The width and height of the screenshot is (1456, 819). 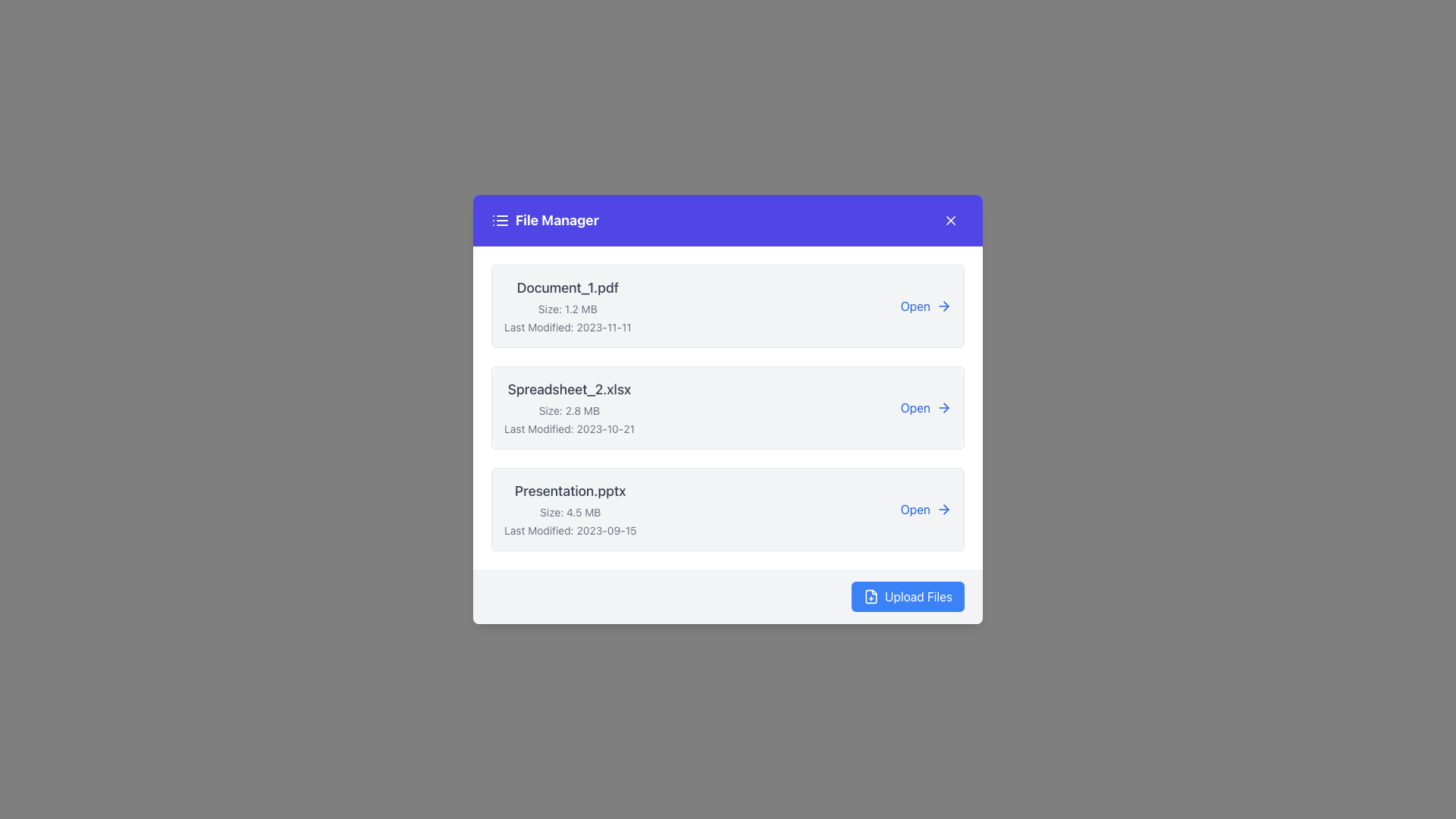 What do you see at coordinates (943, 509) in the screenshot?
I see `the blue rightward arrow icon within the 'Open' button, located to the right of the 'Presentation.pptx' file information in the third row of the 'File Manager' dialog` at bounding box center [943, 509].